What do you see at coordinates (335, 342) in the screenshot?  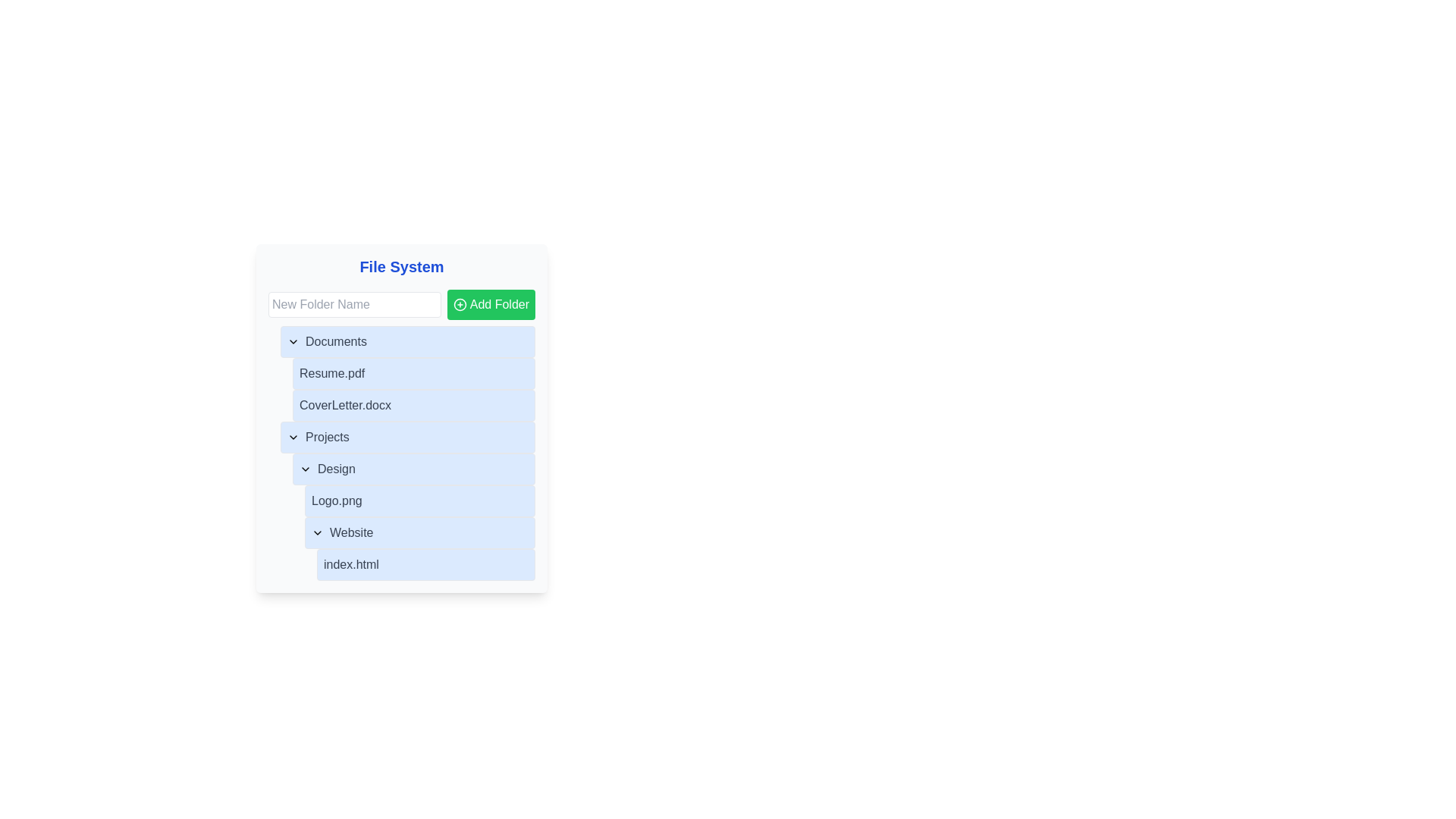 I see `the 'Documents' text label, which is the first item in the file system folder structure` at bounding box center [335, 342].